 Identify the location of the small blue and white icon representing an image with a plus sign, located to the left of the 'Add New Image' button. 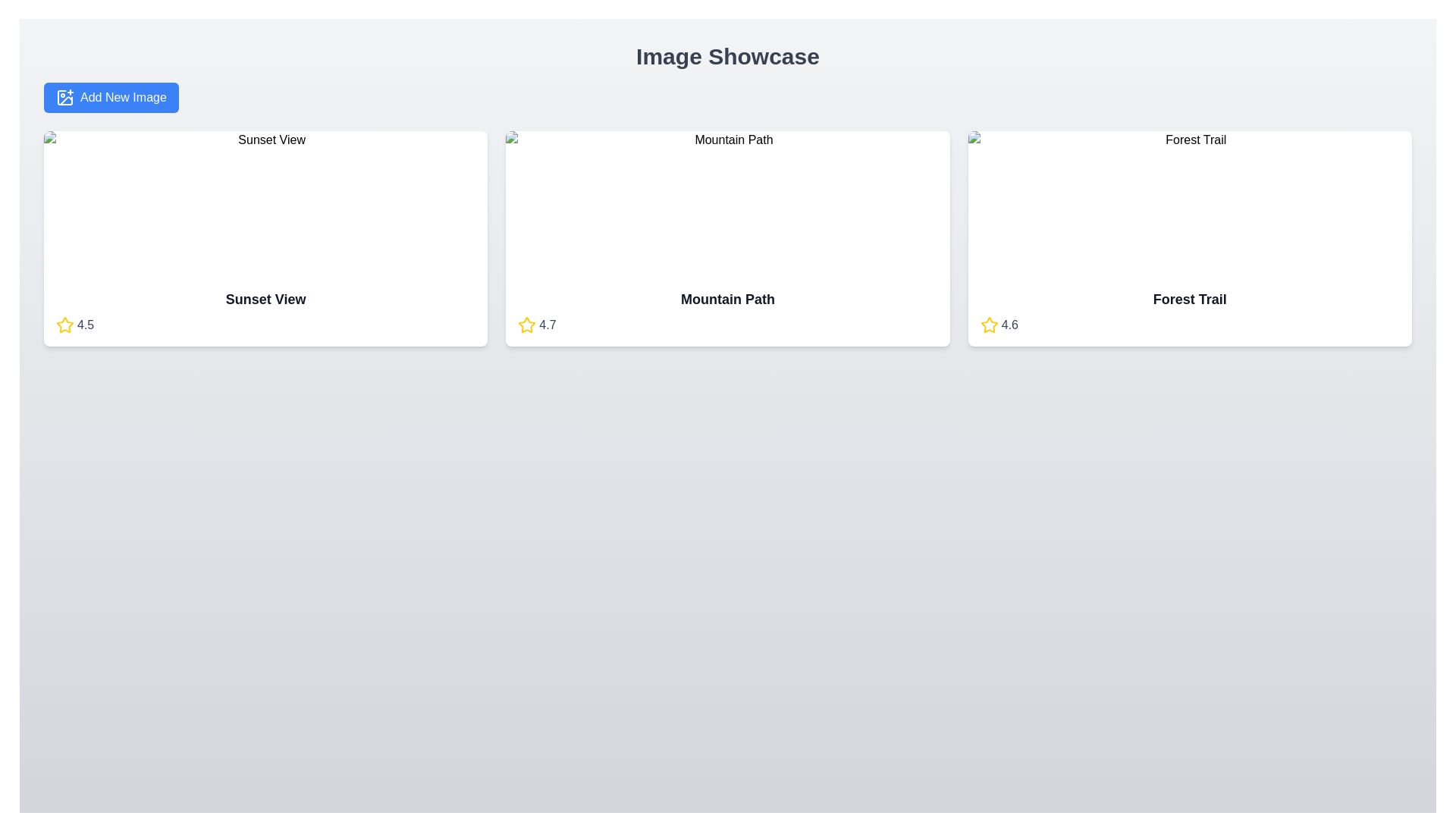
(64, 97).